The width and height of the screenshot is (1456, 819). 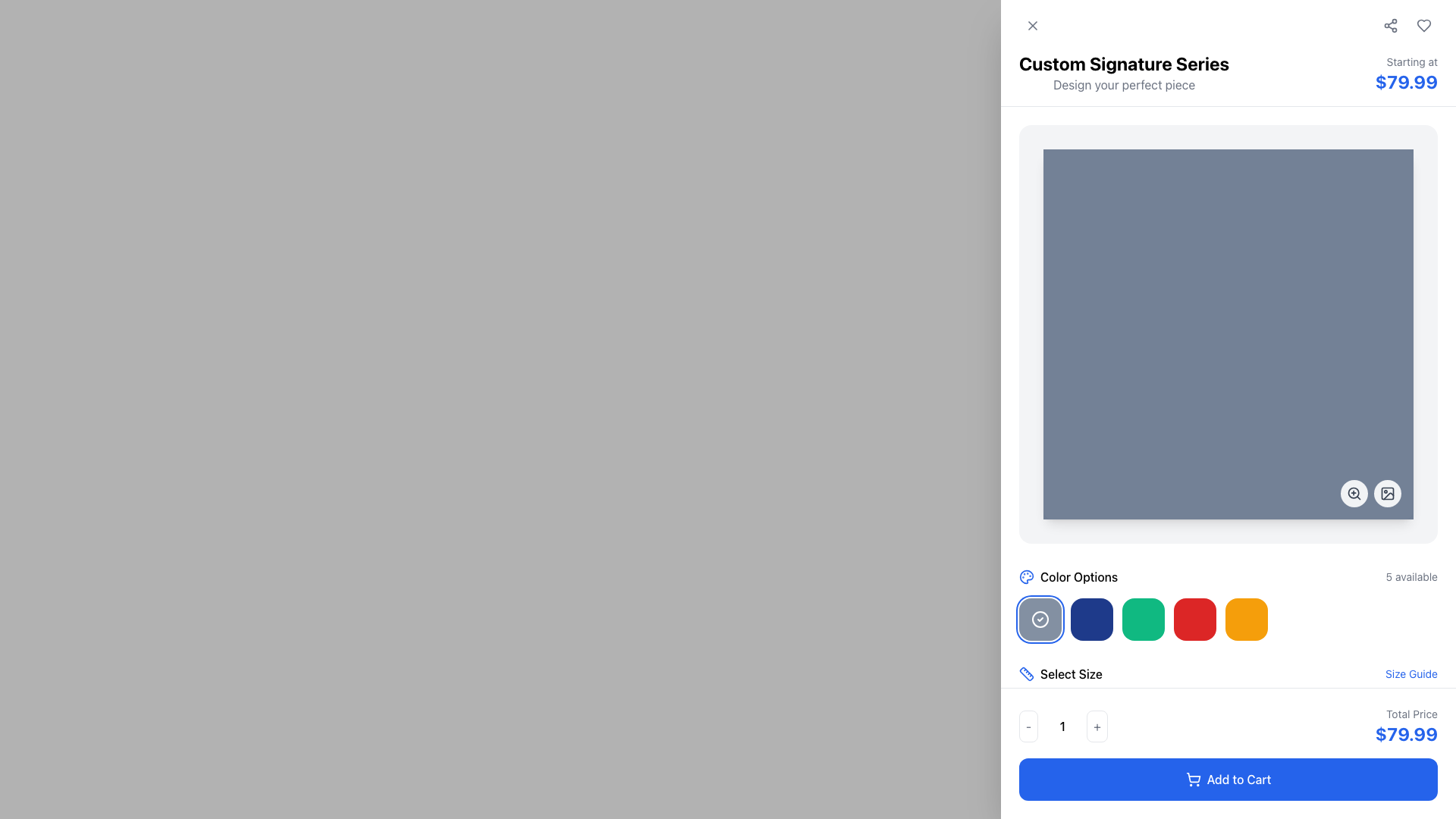 I want to click on the 'Color Options' icon, which is the first item on the left in the row below the product image and above the 'Select Size' section, so click(x=1026, y=576).